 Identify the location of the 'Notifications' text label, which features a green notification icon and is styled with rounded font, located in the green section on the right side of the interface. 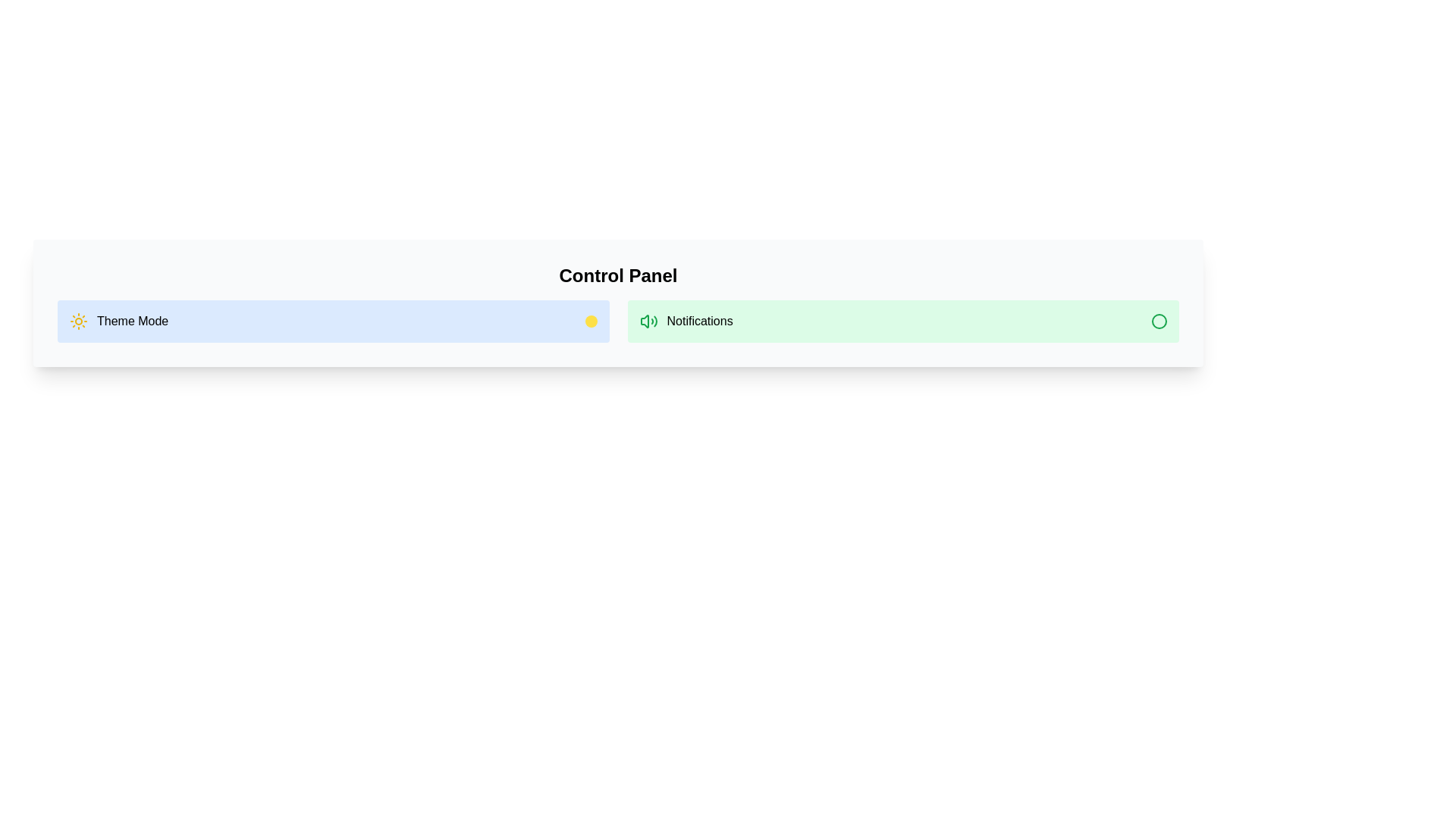
(686, 321).